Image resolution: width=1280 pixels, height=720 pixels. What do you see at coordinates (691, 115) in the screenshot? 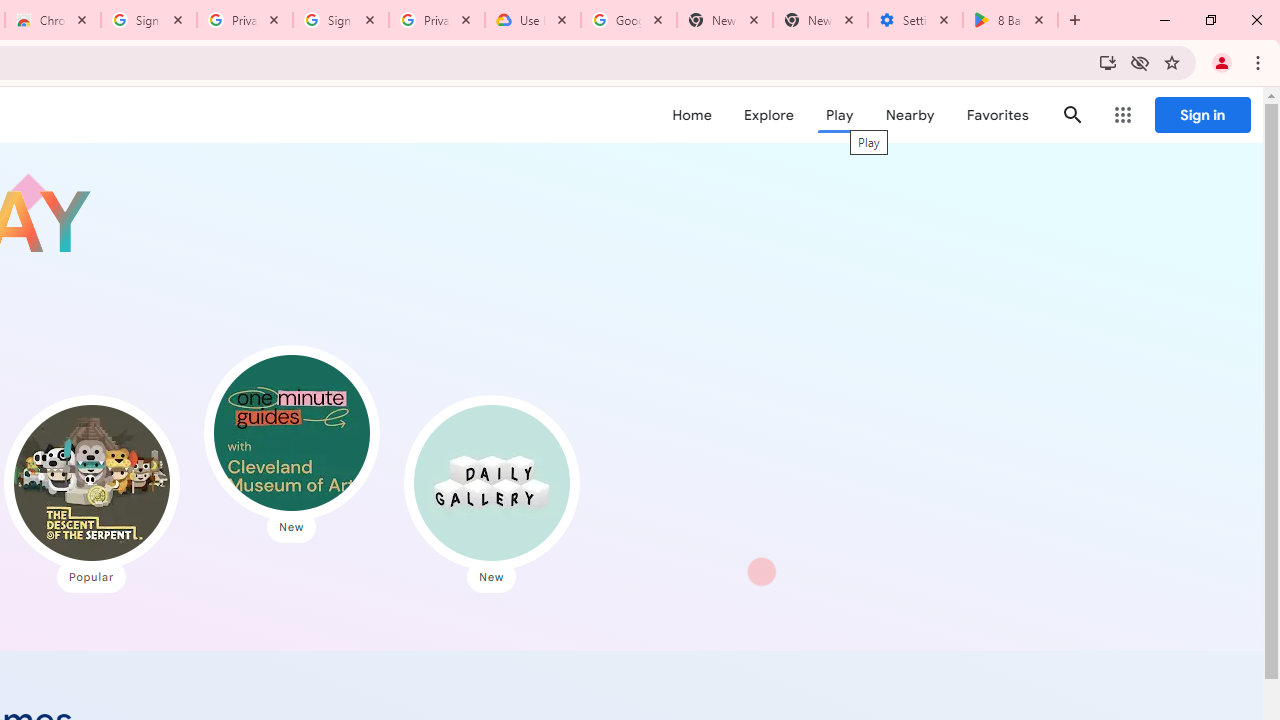
I see `'Home'` at bounding box center [691, 115].